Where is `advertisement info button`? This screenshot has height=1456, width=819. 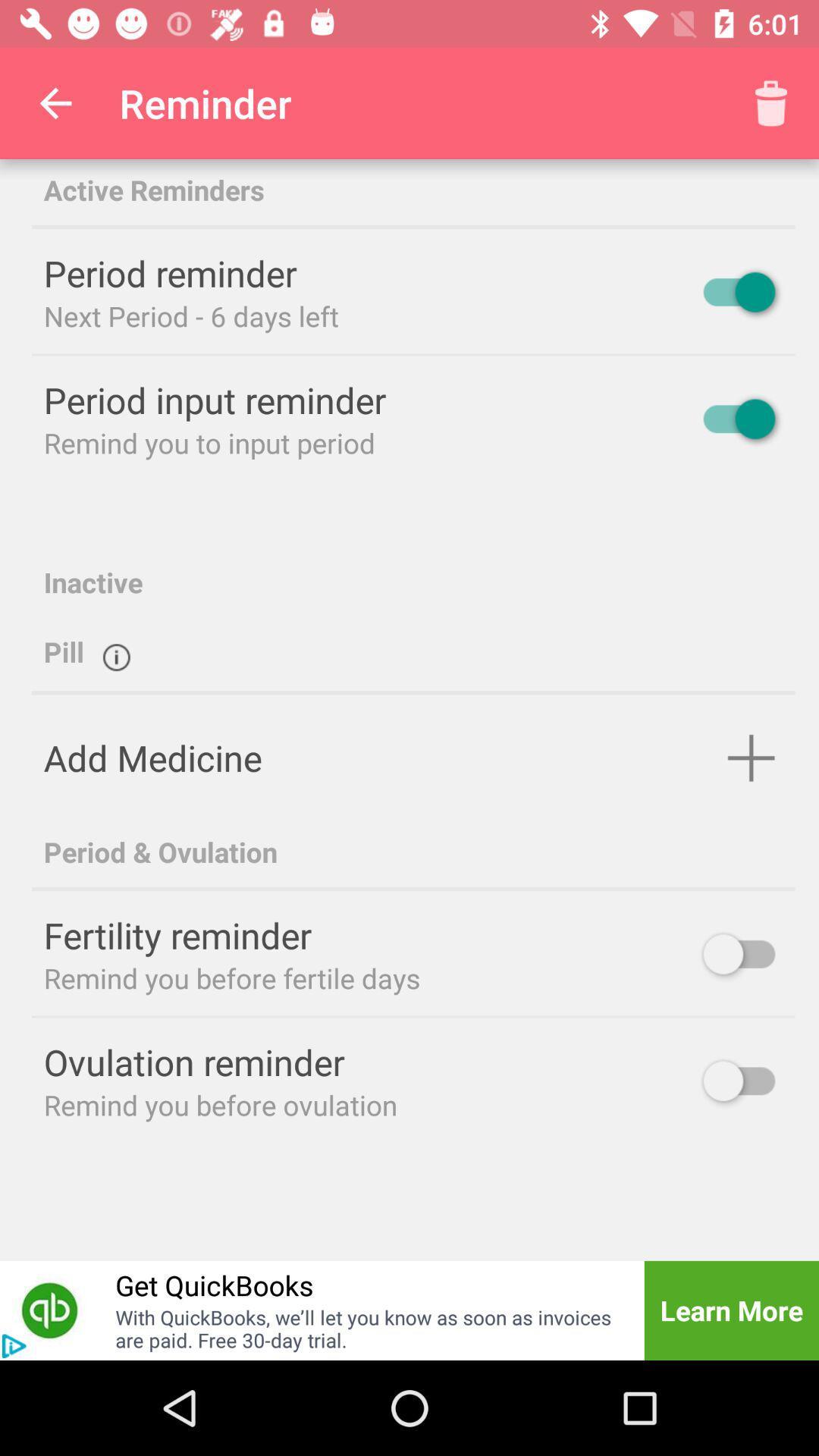
advertisement info button is located at coordinates (14, 1346).